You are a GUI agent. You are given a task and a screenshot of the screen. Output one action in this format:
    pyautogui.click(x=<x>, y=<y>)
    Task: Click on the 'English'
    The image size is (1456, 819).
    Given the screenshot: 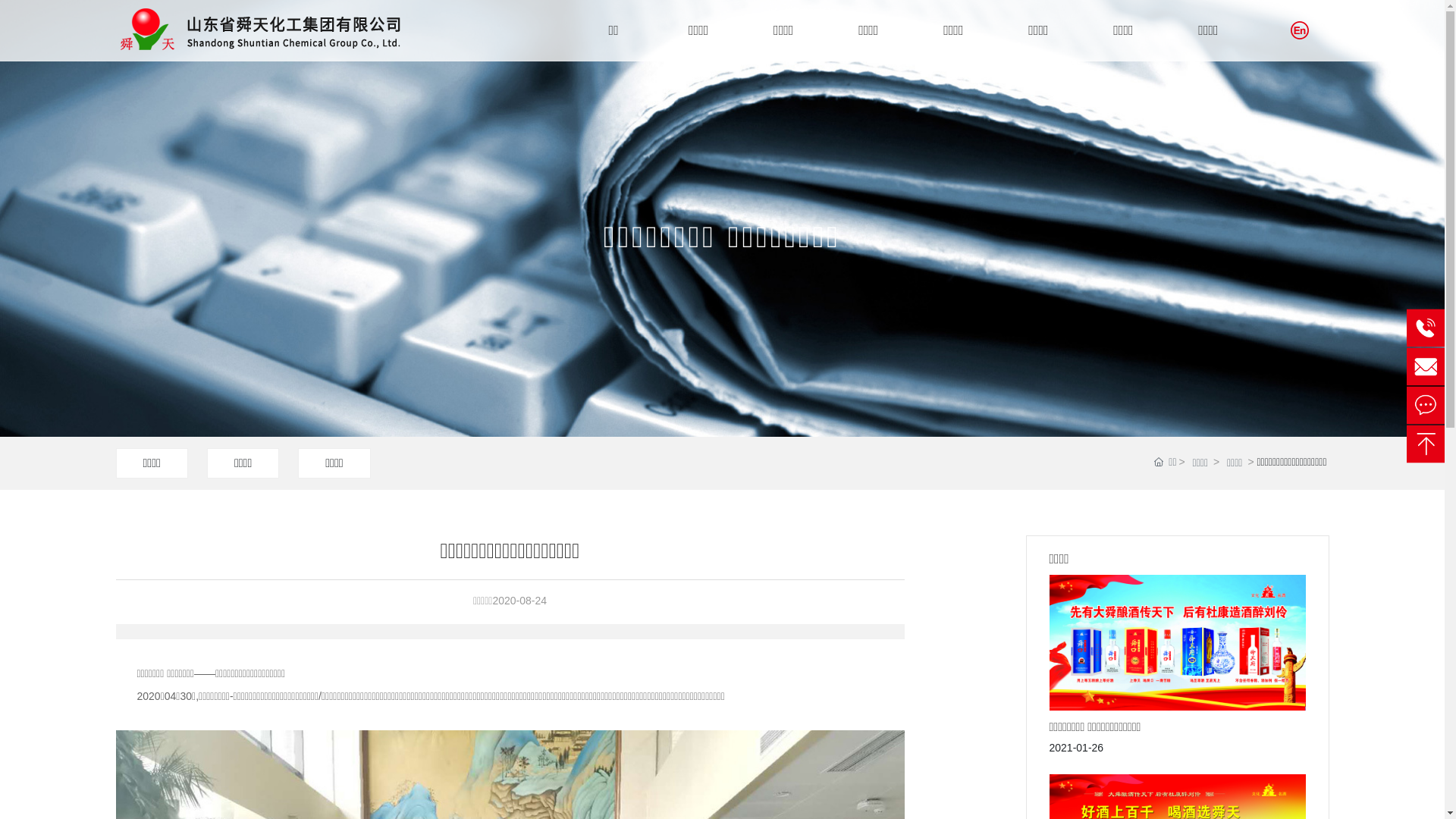 What is the action you would take?
    pyautogui.click(x=1298, y=30)
    